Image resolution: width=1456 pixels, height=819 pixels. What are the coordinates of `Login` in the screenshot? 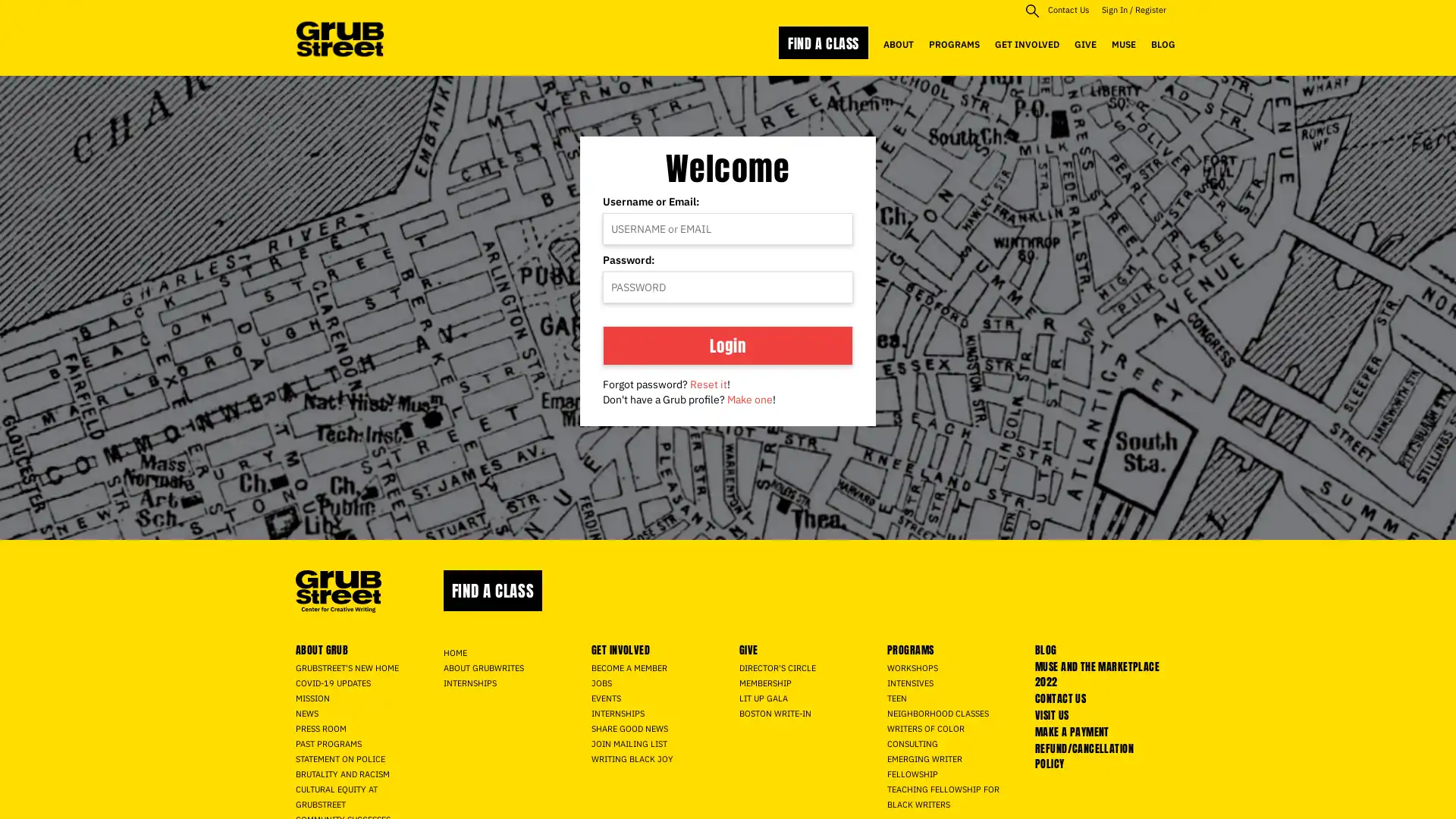 It's located at (728, 345).